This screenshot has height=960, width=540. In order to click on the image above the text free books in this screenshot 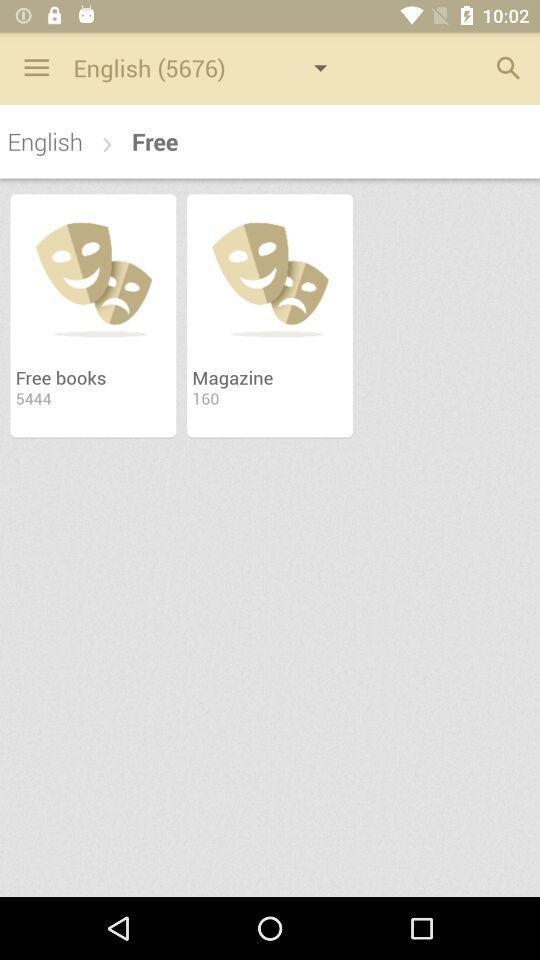, I will do `click(92, 275)`.